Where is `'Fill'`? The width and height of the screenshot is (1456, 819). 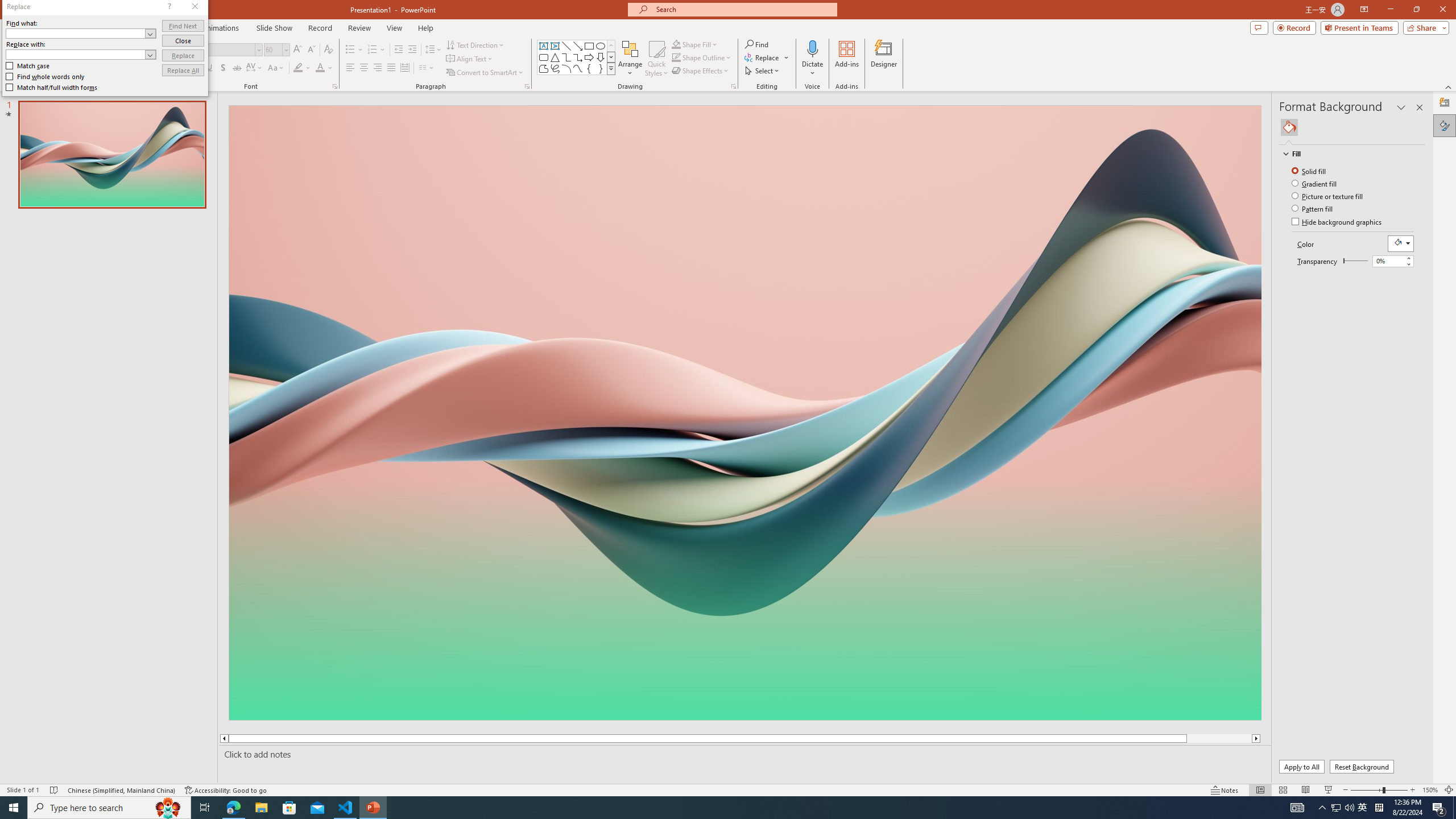 'Fill' is located at coordinates (1289, 126).